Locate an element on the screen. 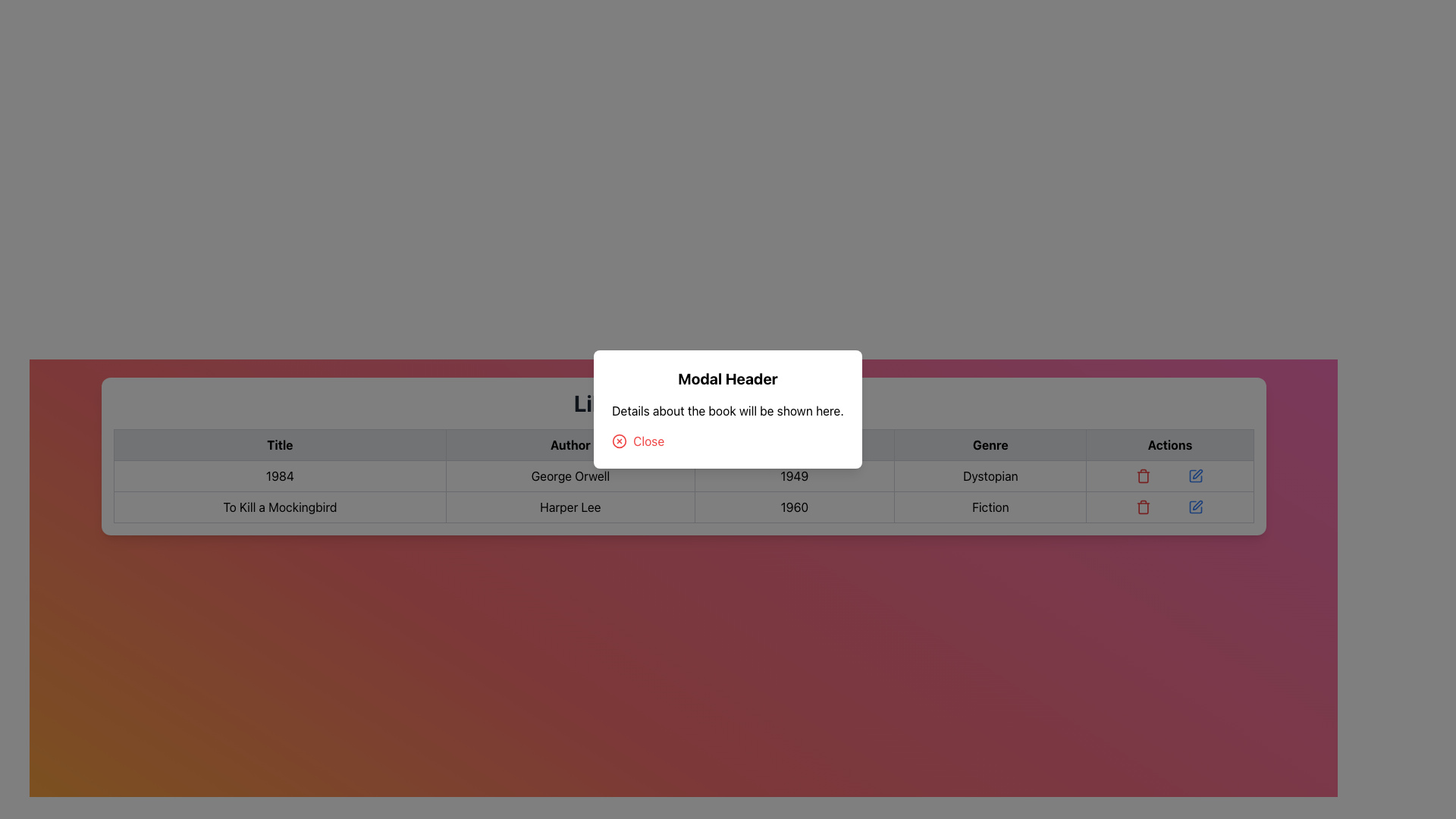  the SVG circle with a cross icon located at the top-left corner of the modal dialog box is located at coordinates (620, 441).